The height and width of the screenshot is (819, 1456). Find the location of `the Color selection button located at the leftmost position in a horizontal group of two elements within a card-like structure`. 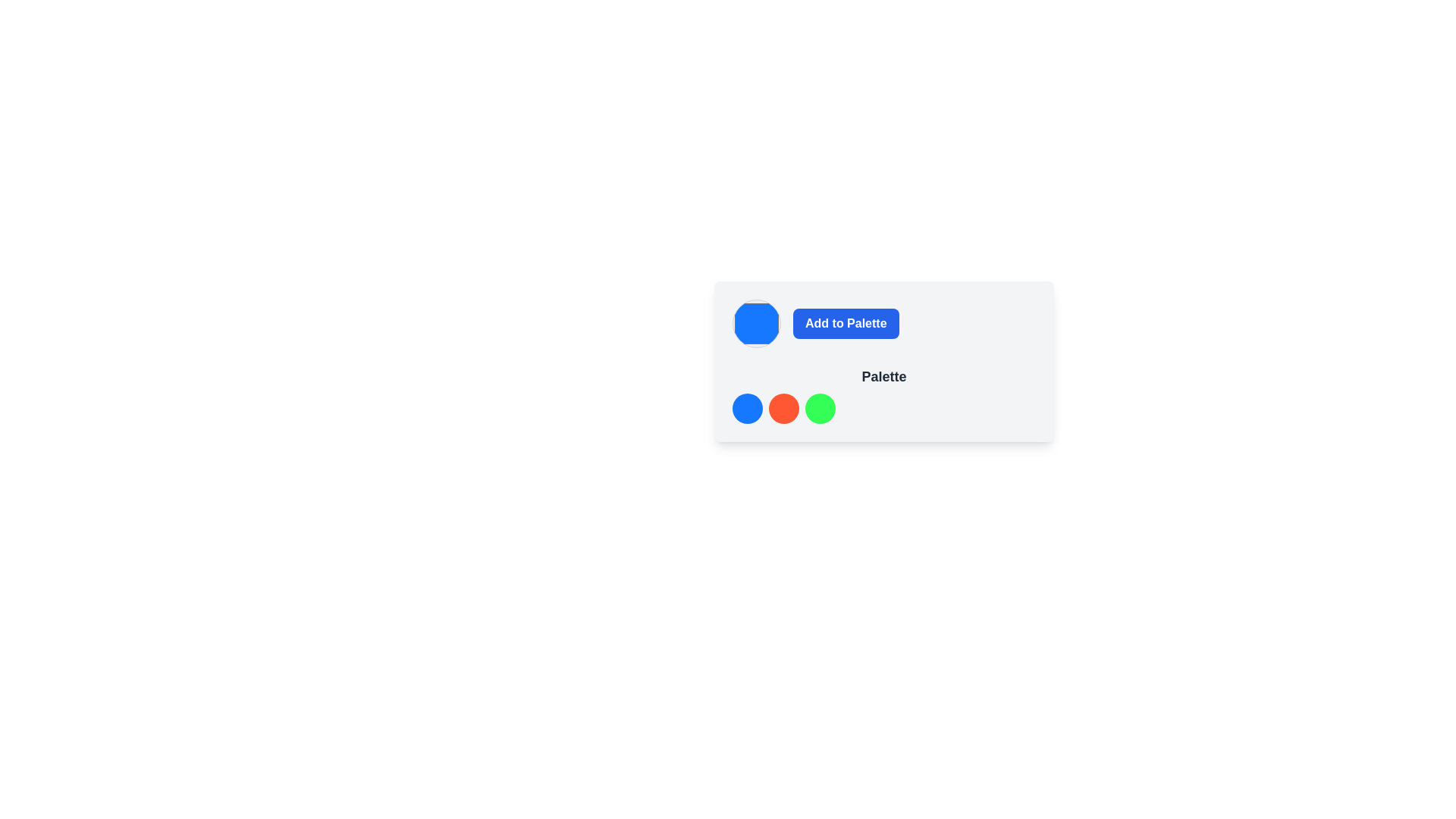

the Color selection button located at the leftmost position in a horizontal group of two elements within a card-like structure is located at coordinates (757, 323).